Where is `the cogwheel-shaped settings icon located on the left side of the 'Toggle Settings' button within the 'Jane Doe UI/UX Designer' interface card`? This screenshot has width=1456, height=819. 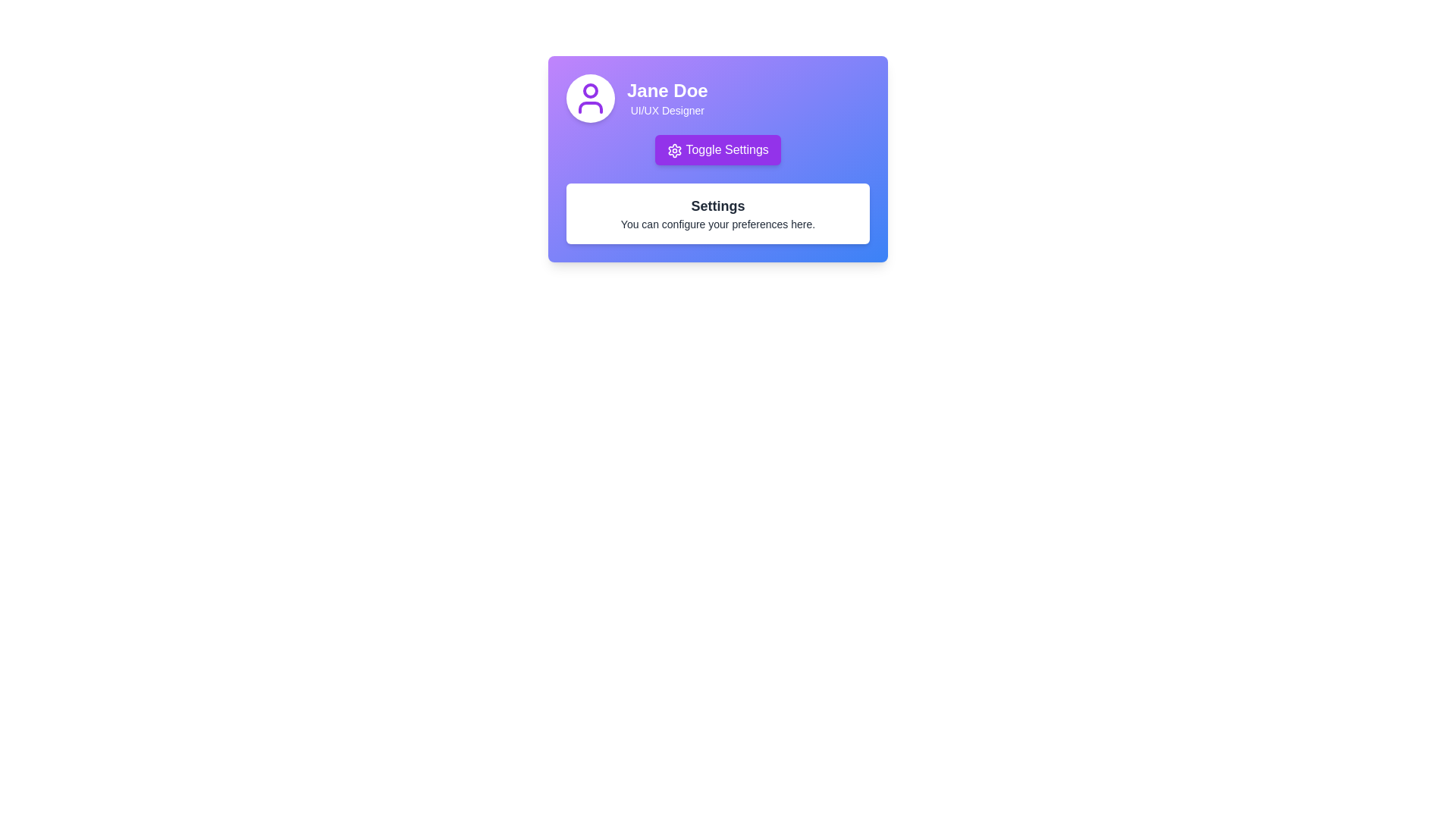
the cogwheel-shaped settings icon located on the left side of the 'Toggle Settings' button within the 'Jane Doe UI/UX Designer' interface card is located at coordinates (674, 150).